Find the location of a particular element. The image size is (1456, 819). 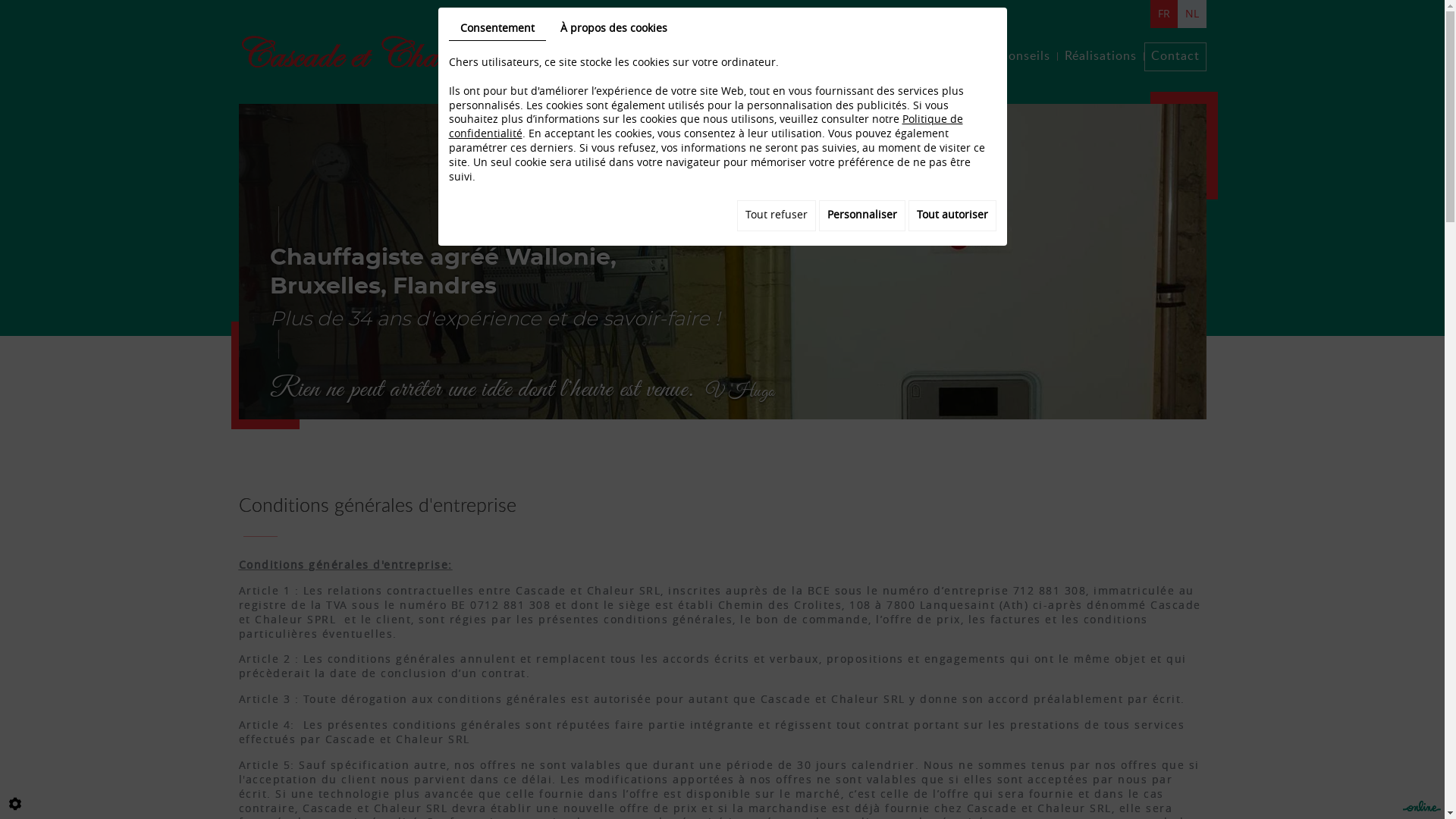

'Tout refuser' is located at coordinates (776, 215).